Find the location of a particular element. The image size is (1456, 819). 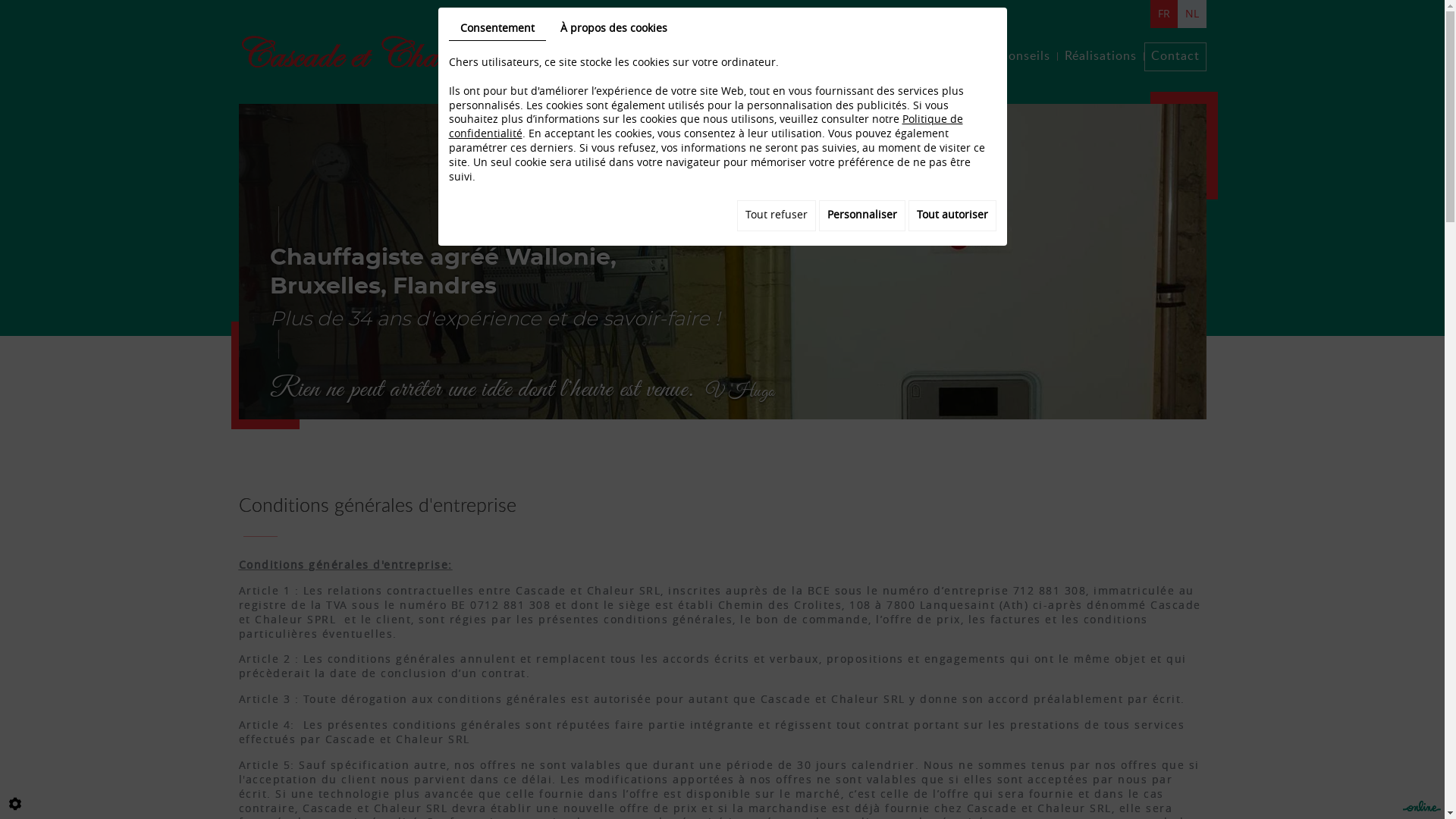

'Tout refuser' is located at coordinates (776, 215).